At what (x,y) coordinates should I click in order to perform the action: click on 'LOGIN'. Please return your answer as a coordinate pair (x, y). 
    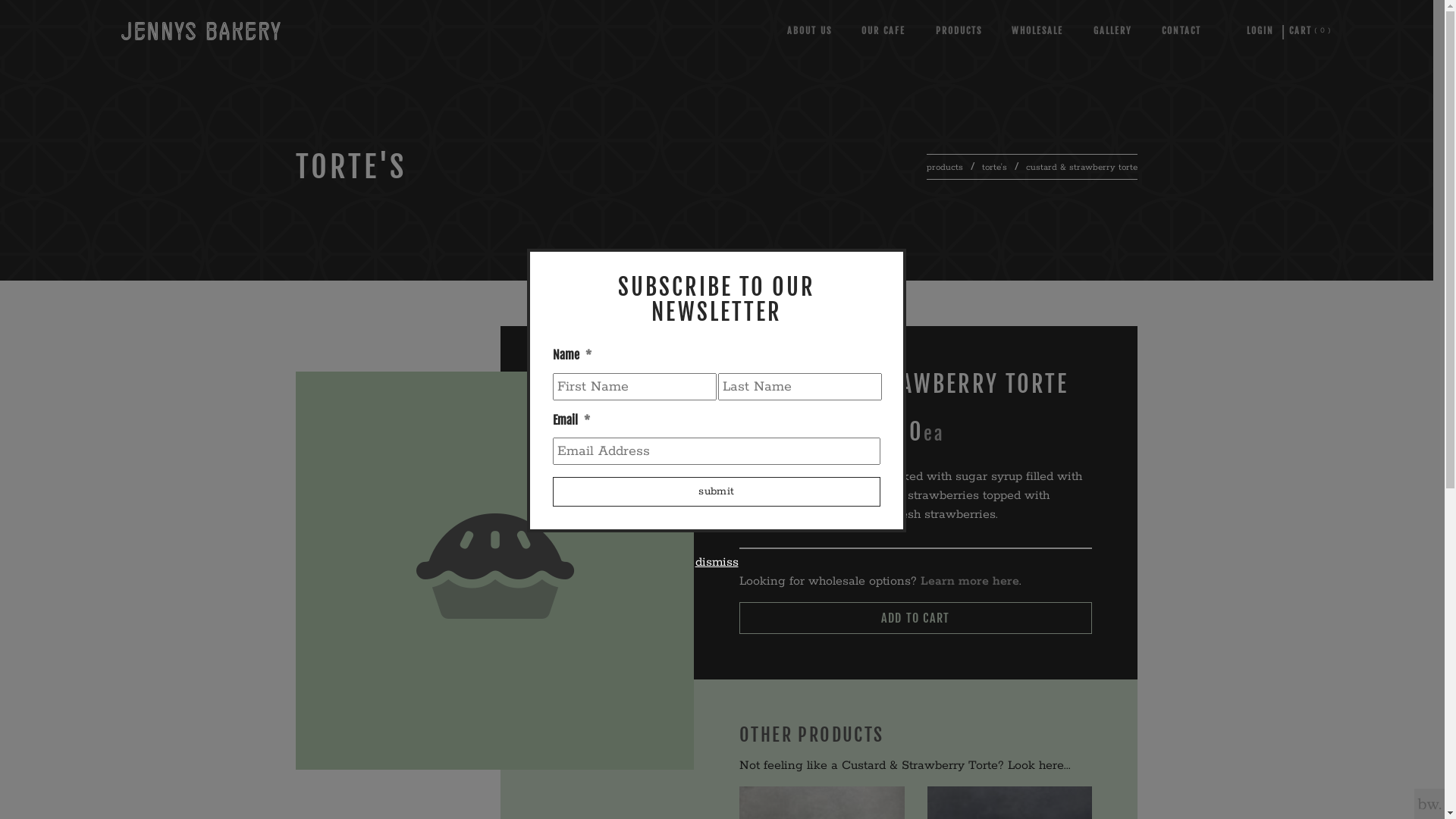
    Looking at the image, I should click on (1260, 30).